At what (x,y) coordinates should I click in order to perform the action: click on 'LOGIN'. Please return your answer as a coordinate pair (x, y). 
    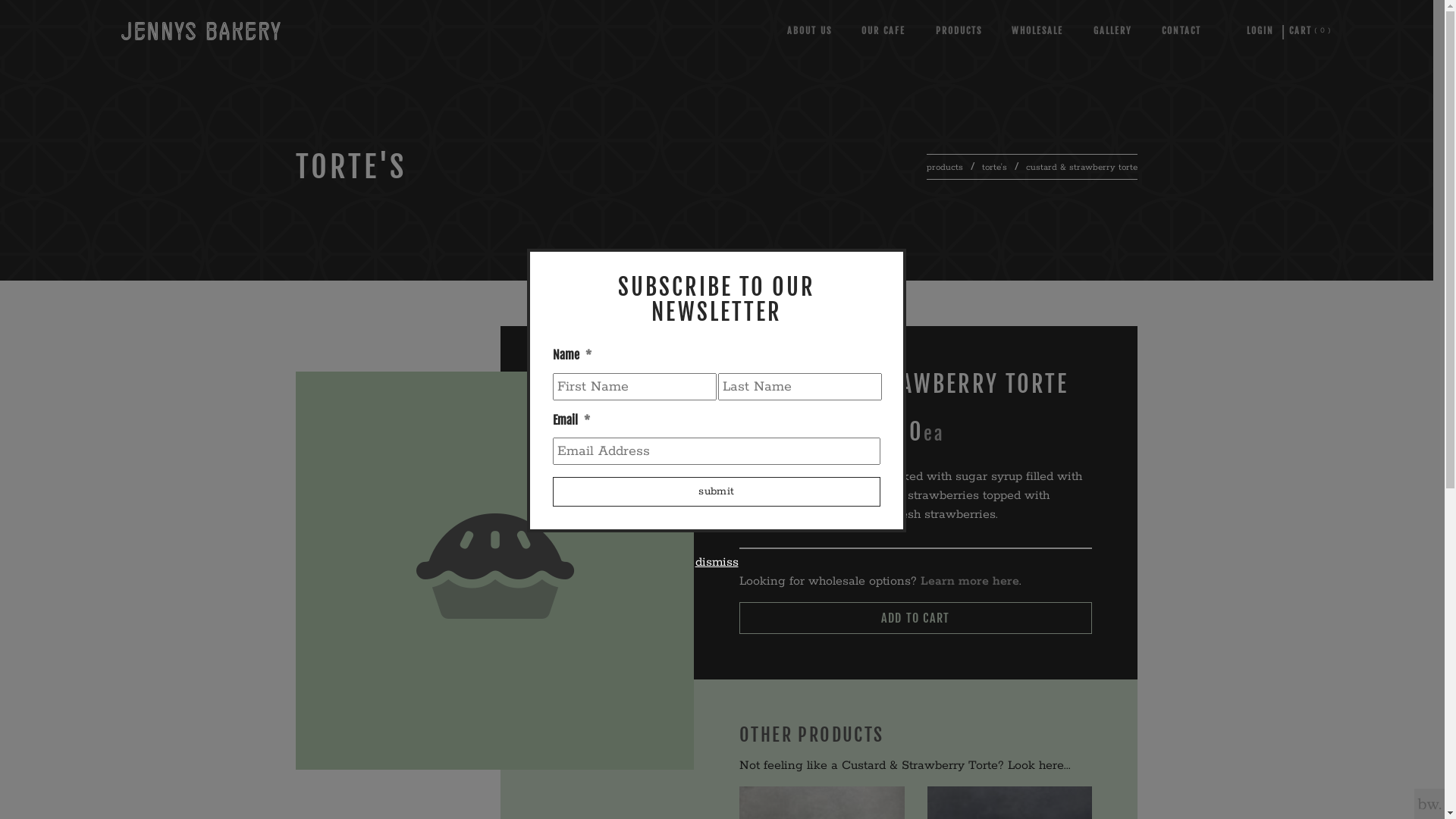
    Looking at the image, I should click on (1260, 30).